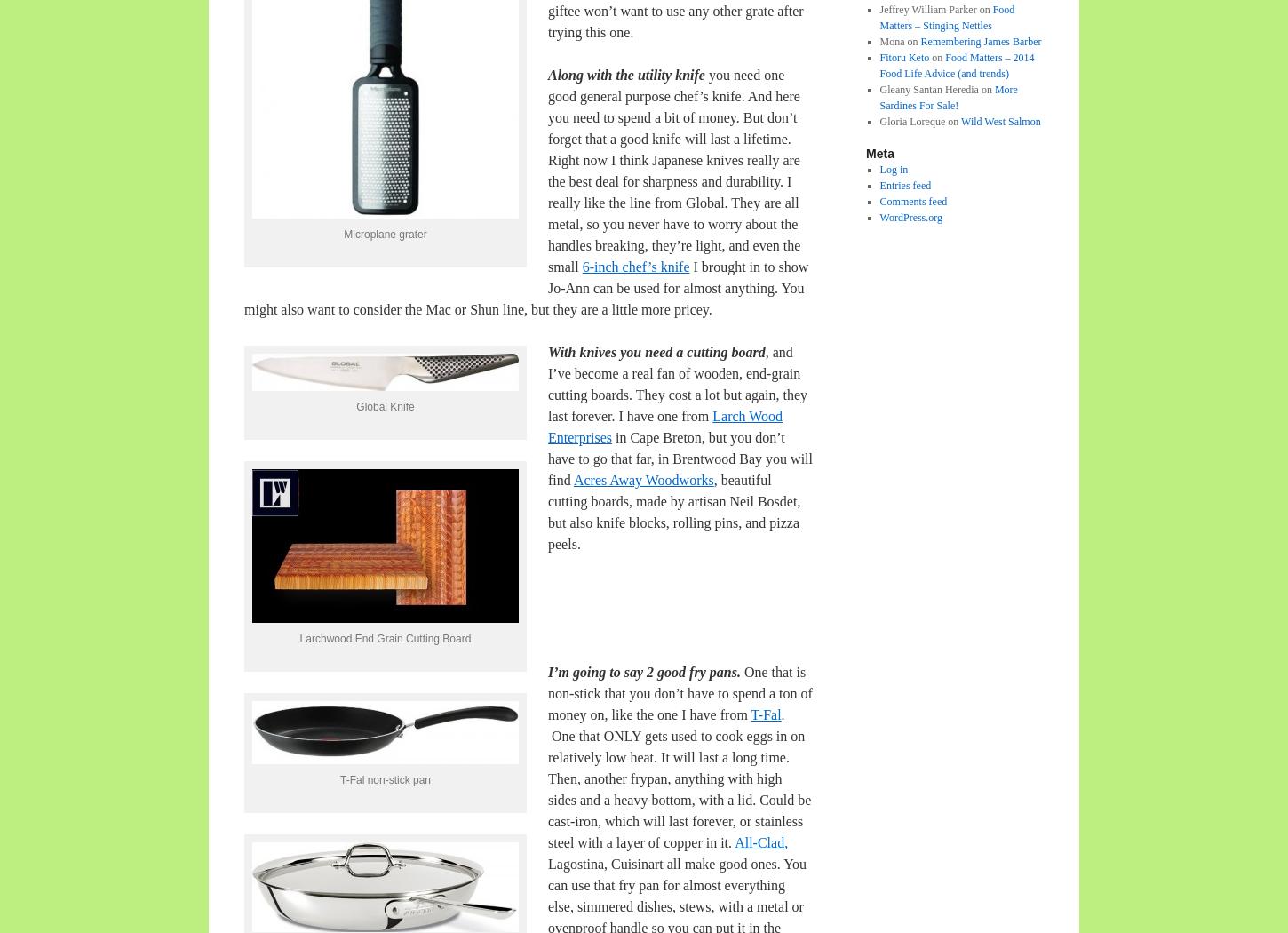 The width and height of the screenshot is (1288, 933). What do you see at coordinates (765, 714) in the screenshot?
I see `'T-Fal'` at bounding box center [765, 714].